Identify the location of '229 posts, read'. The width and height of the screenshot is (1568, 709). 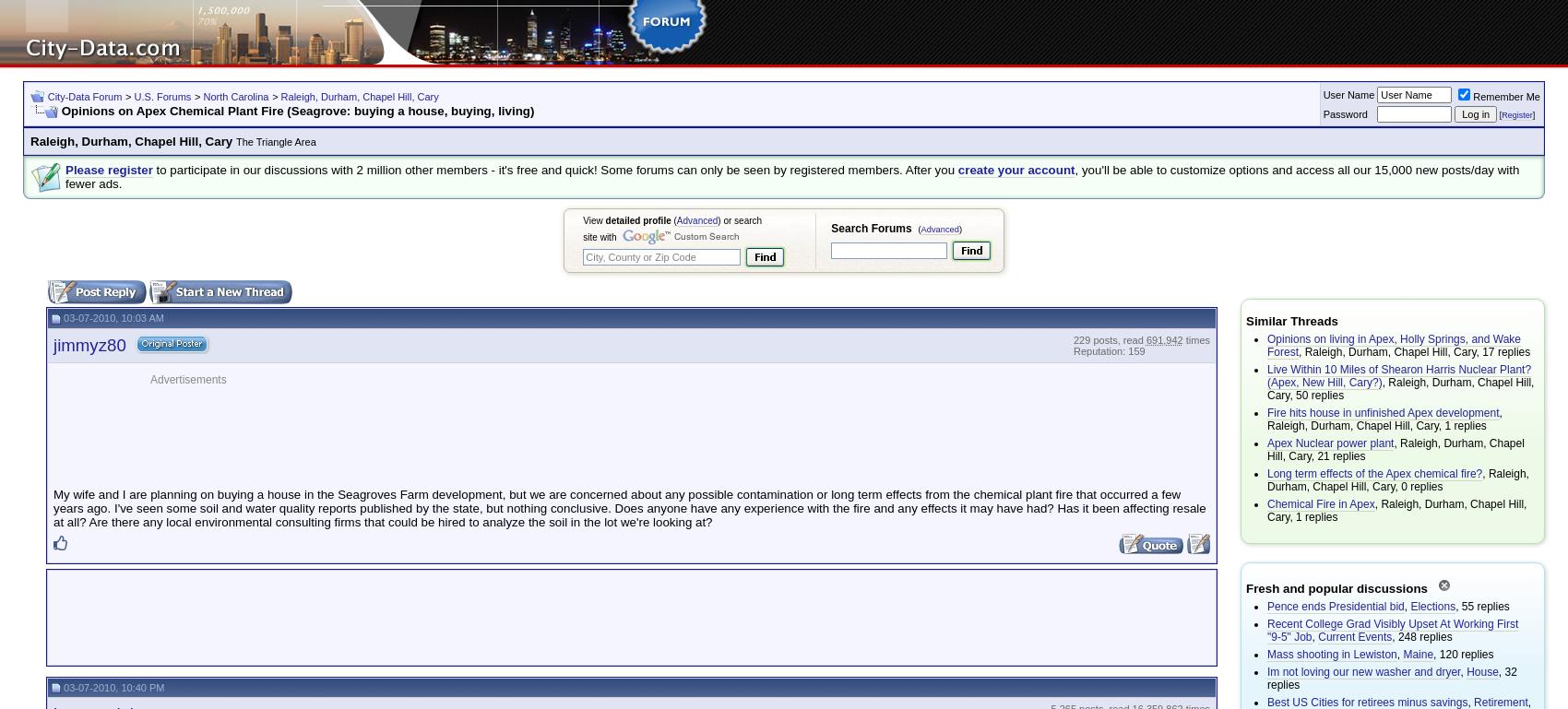
(1108, 337).